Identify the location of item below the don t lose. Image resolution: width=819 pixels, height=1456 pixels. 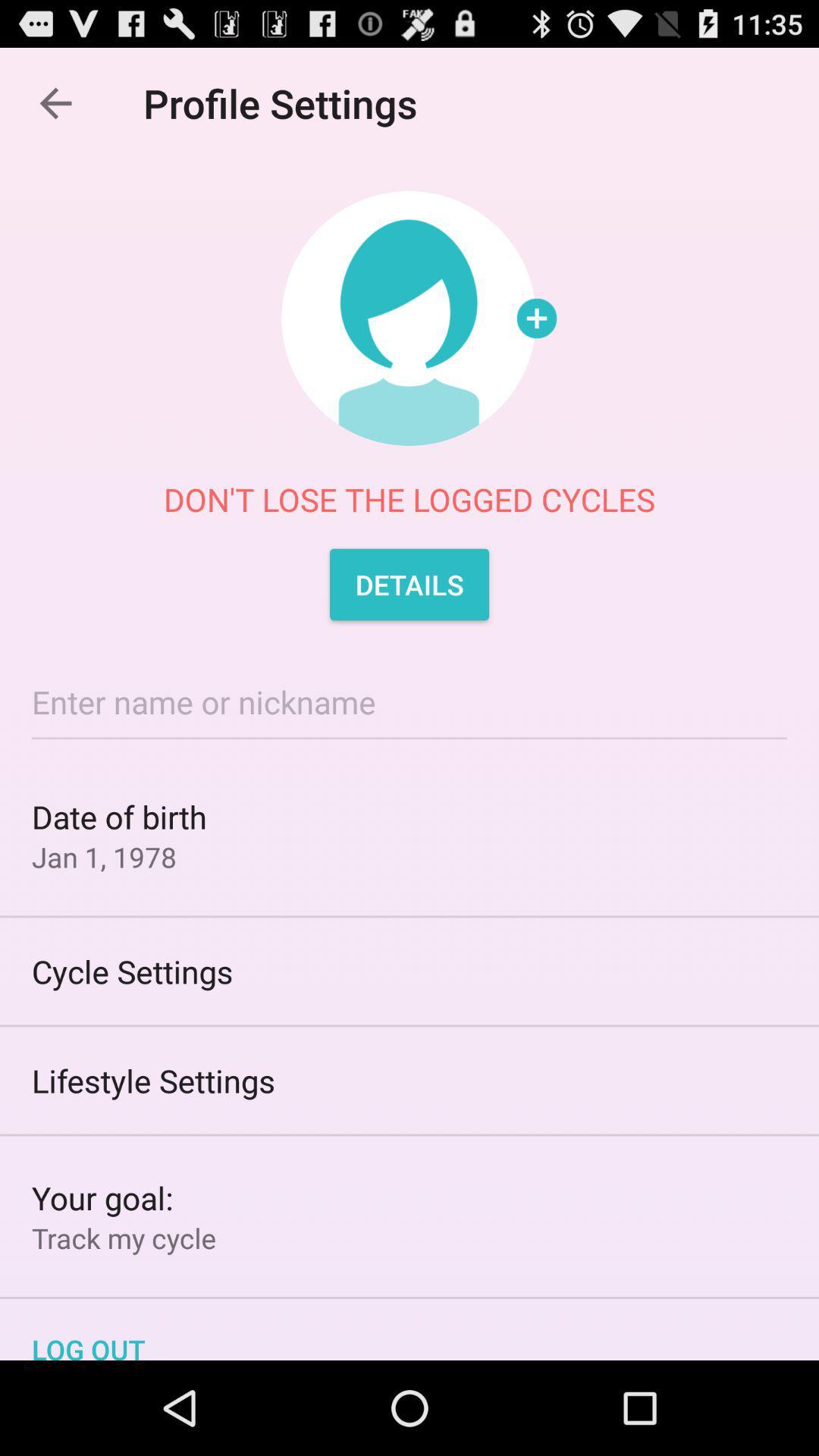
(409, 584).